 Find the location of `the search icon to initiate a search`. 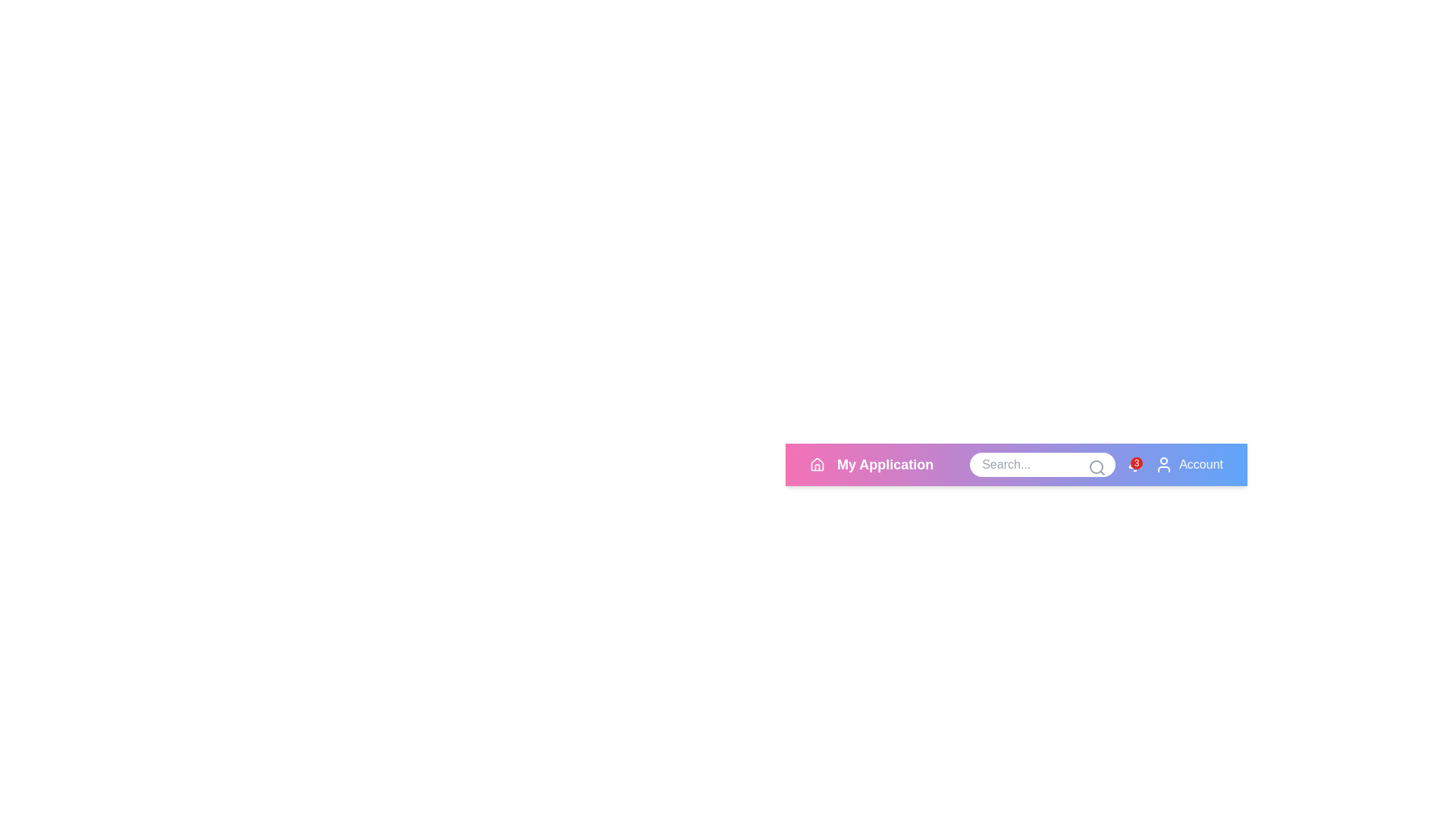

the search icon to initiate a search is located at coordinates (1097, 467).